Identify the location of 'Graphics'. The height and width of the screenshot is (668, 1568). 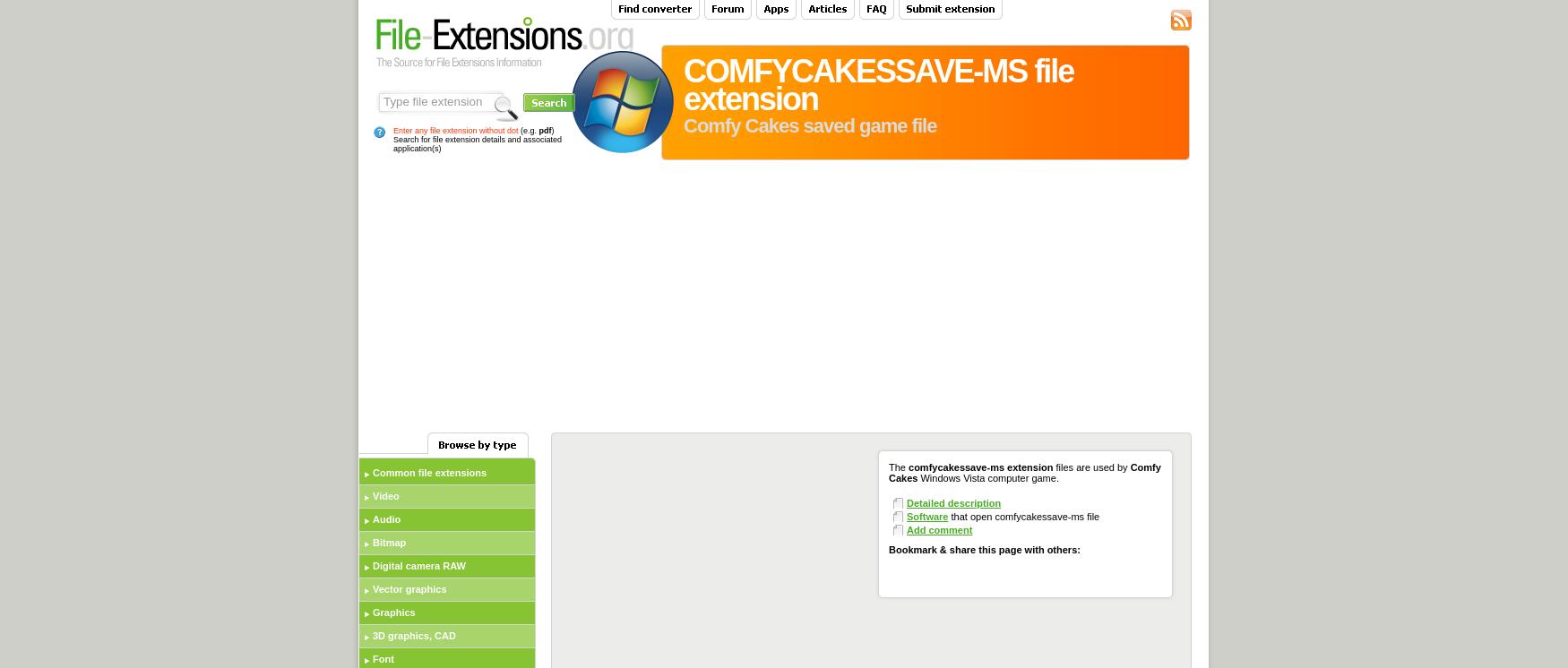
(371, 612).